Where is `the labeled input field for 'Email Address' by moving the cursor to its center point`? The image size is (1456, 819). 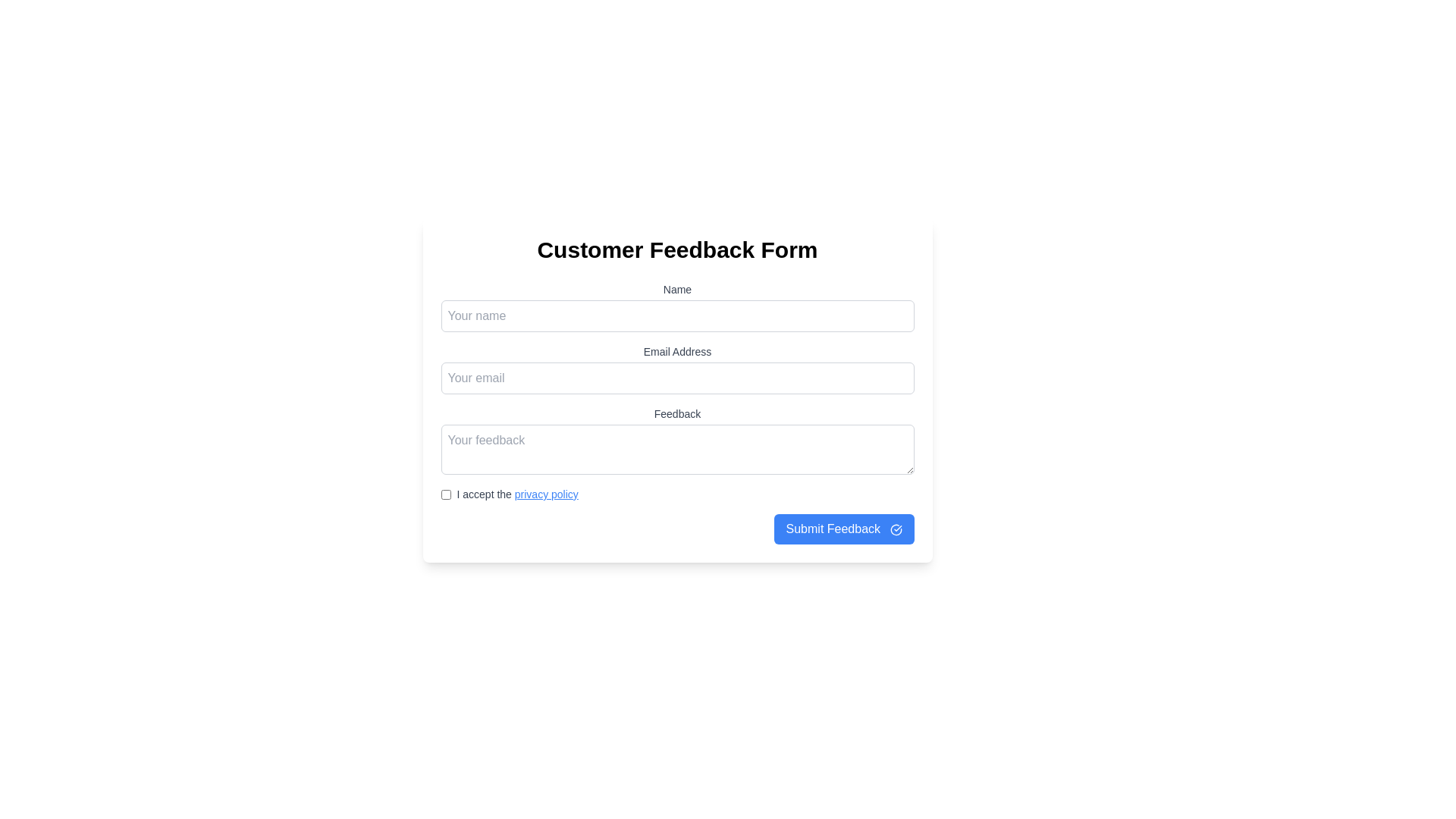 the labeled input field for 'Email Address' by moving the cursor to its center point is located at coordinates (676, 351).